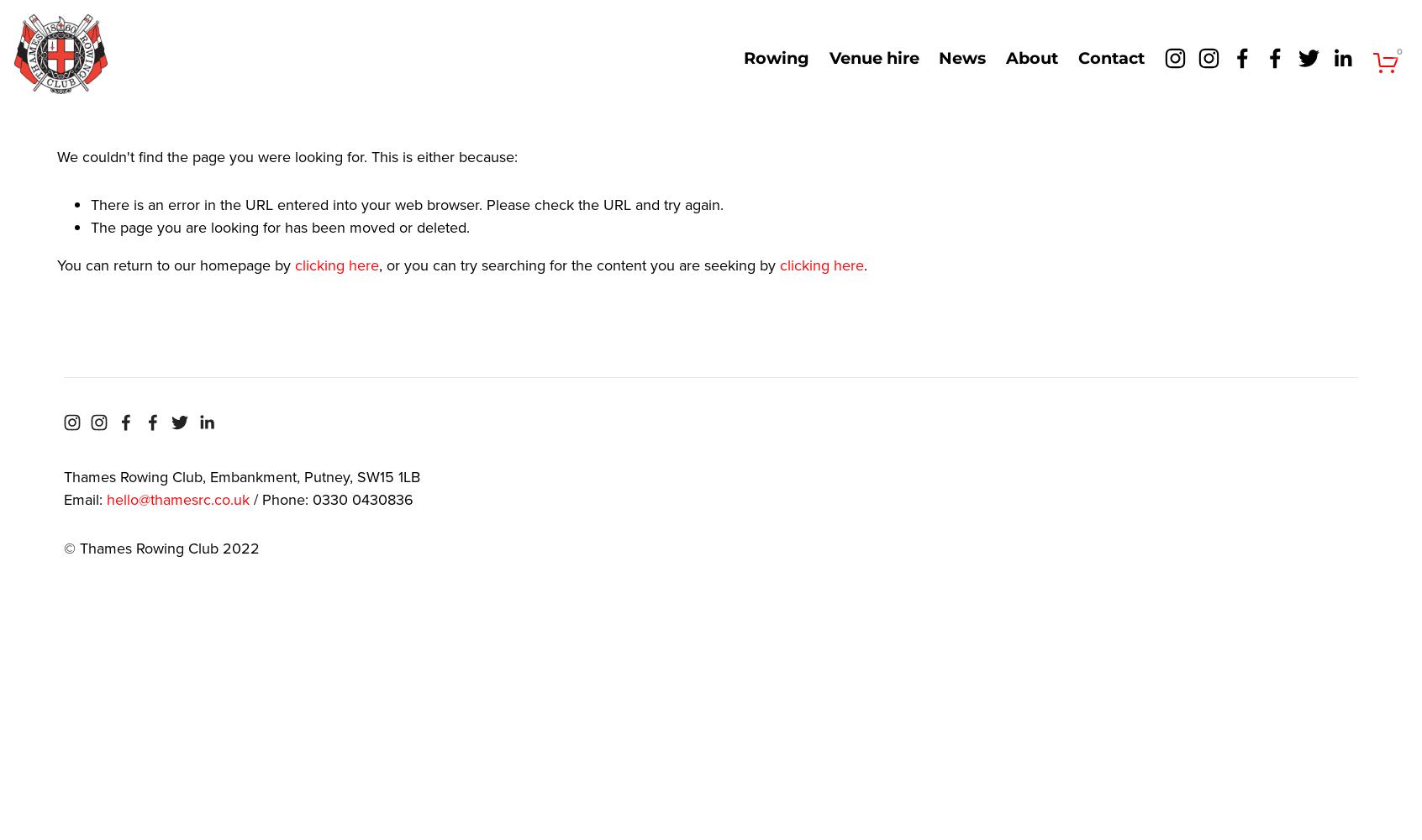  I want to click on 'Rowing', so click(777, 57).